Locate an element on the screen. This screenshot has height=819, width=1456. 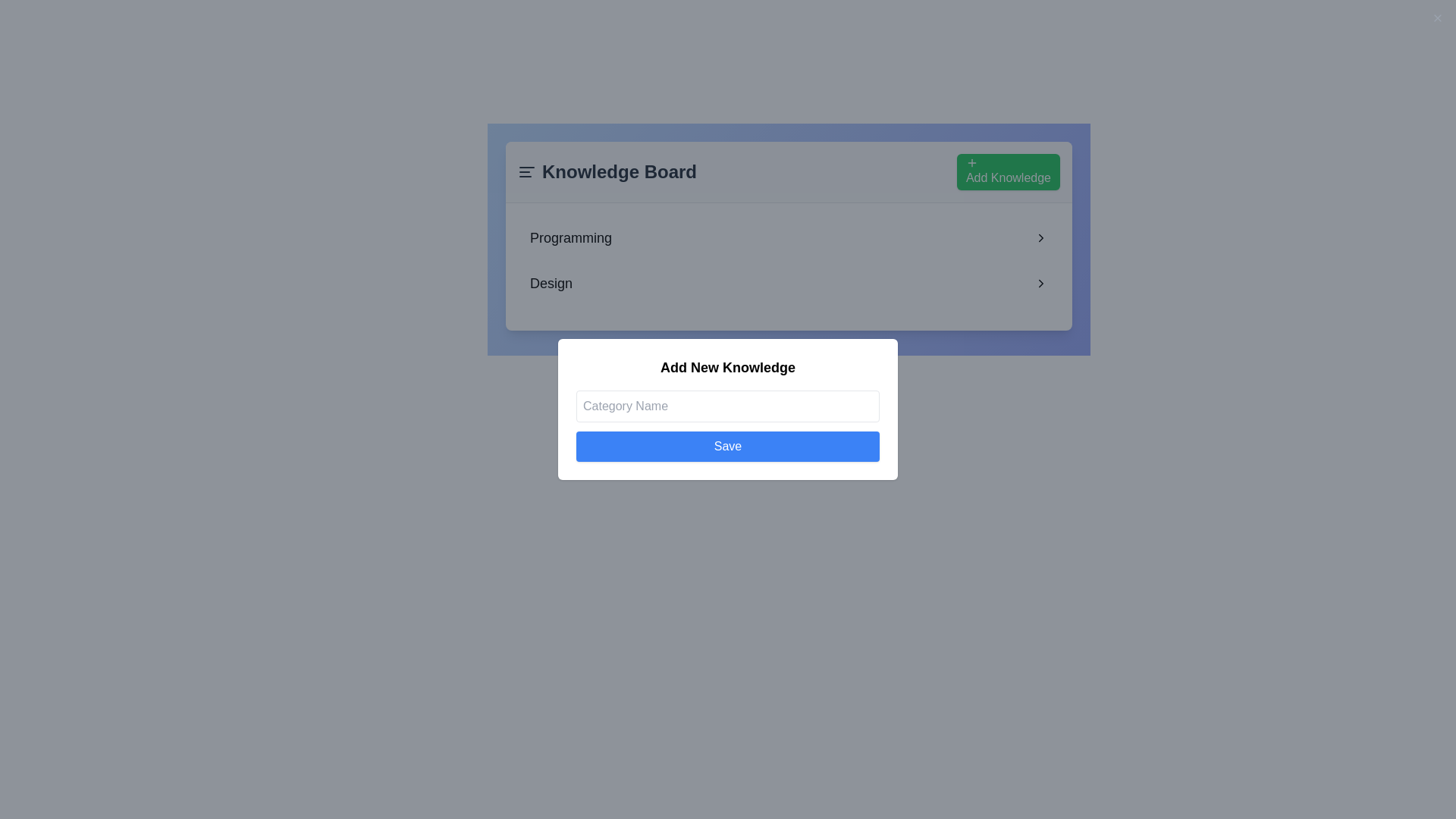
the save button located in the modal dialog box labeled 'Add New Knowledge', positioned beneath the 'Category Name' text input field to observe hover effects is located at coordinates (728, 446).